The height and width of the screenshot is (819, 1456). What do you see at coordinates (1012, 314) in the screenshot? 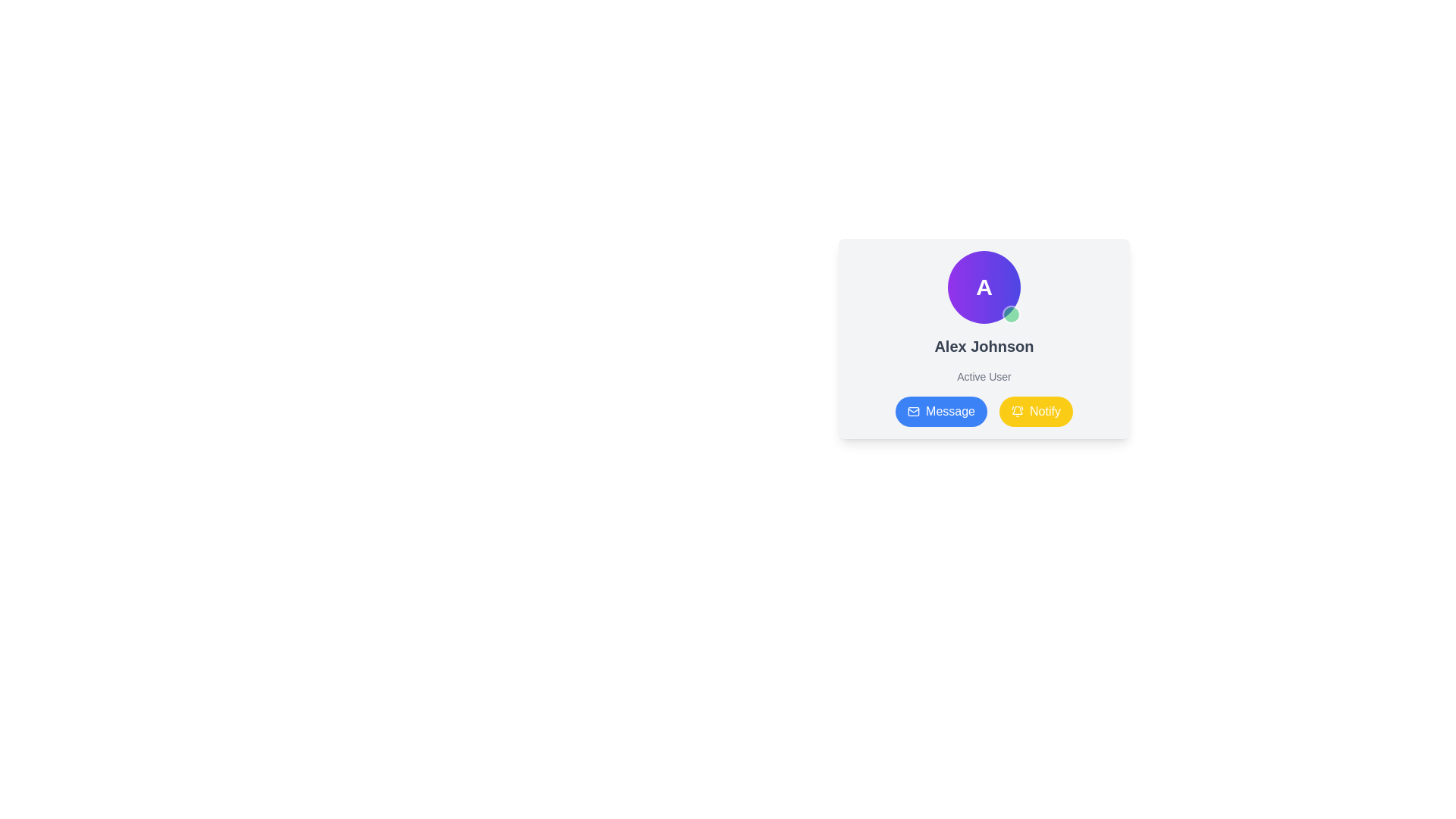
I see `the Status Indicator located at the bottom-right corner of the circular profile picture in the user profile card layout` at bounding box center [1012, 314].